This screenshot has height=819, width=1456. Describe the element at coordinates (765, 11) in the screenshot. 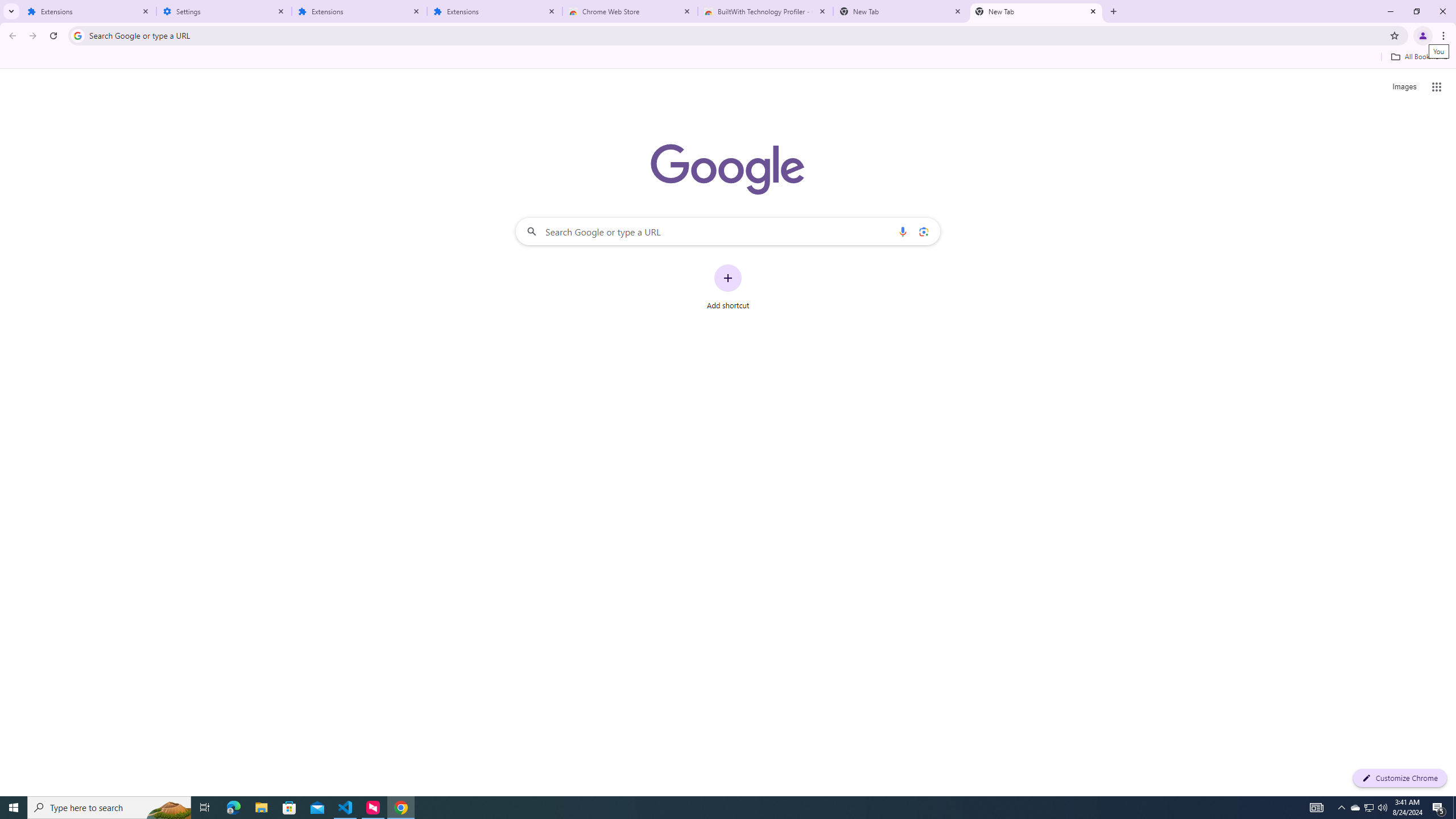

I see `'BuiltWith Technology Profiler - Chrome Web Store'` at that location.